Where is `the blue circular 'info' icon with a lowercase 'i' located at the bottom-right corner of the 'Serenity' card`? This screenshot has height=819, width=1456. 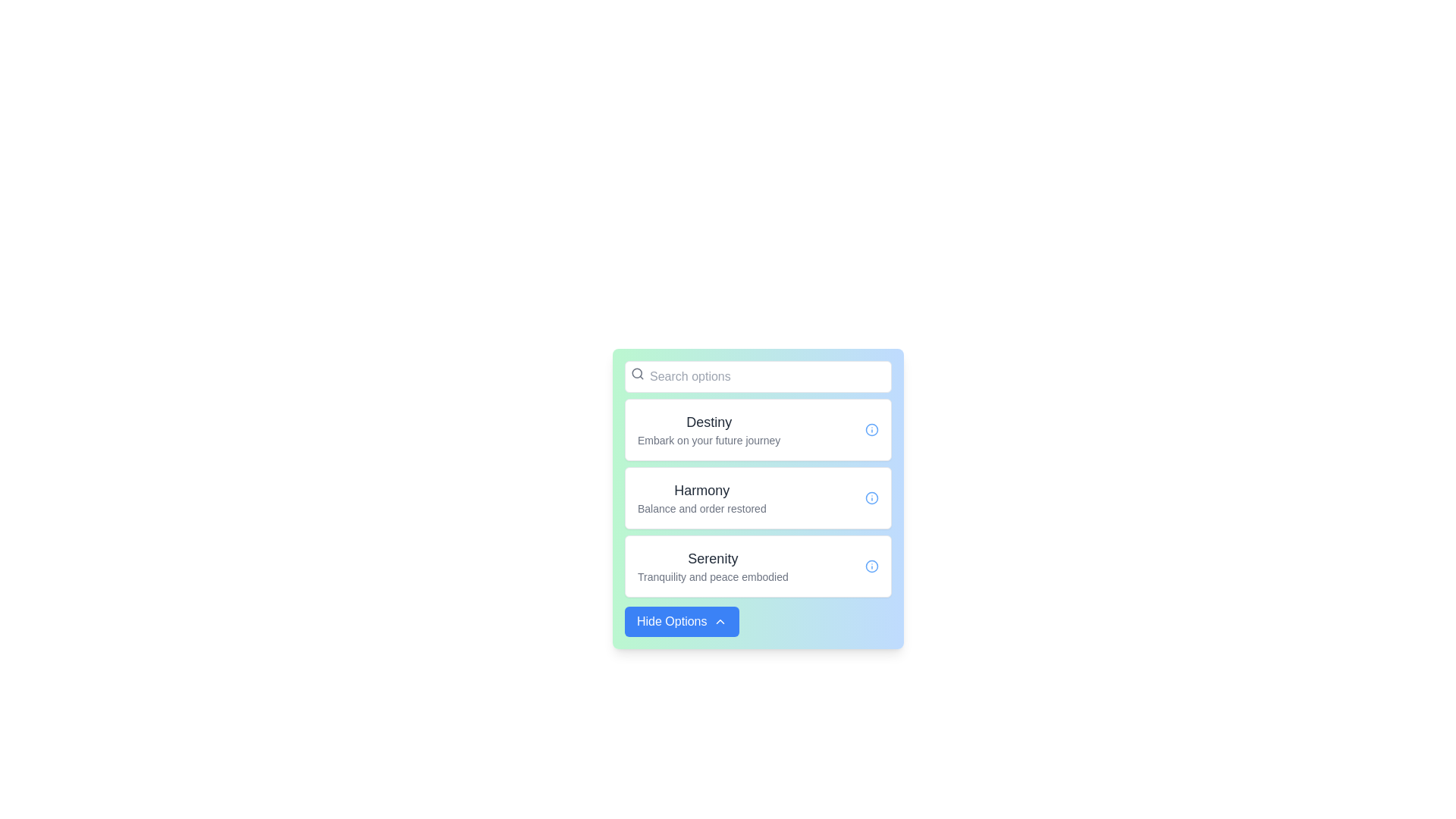
the blue circular 'info' icon with a lowercase 'i' located at the bottom-right corner of the 'Serenity' card is located at coordinates (872, 566).